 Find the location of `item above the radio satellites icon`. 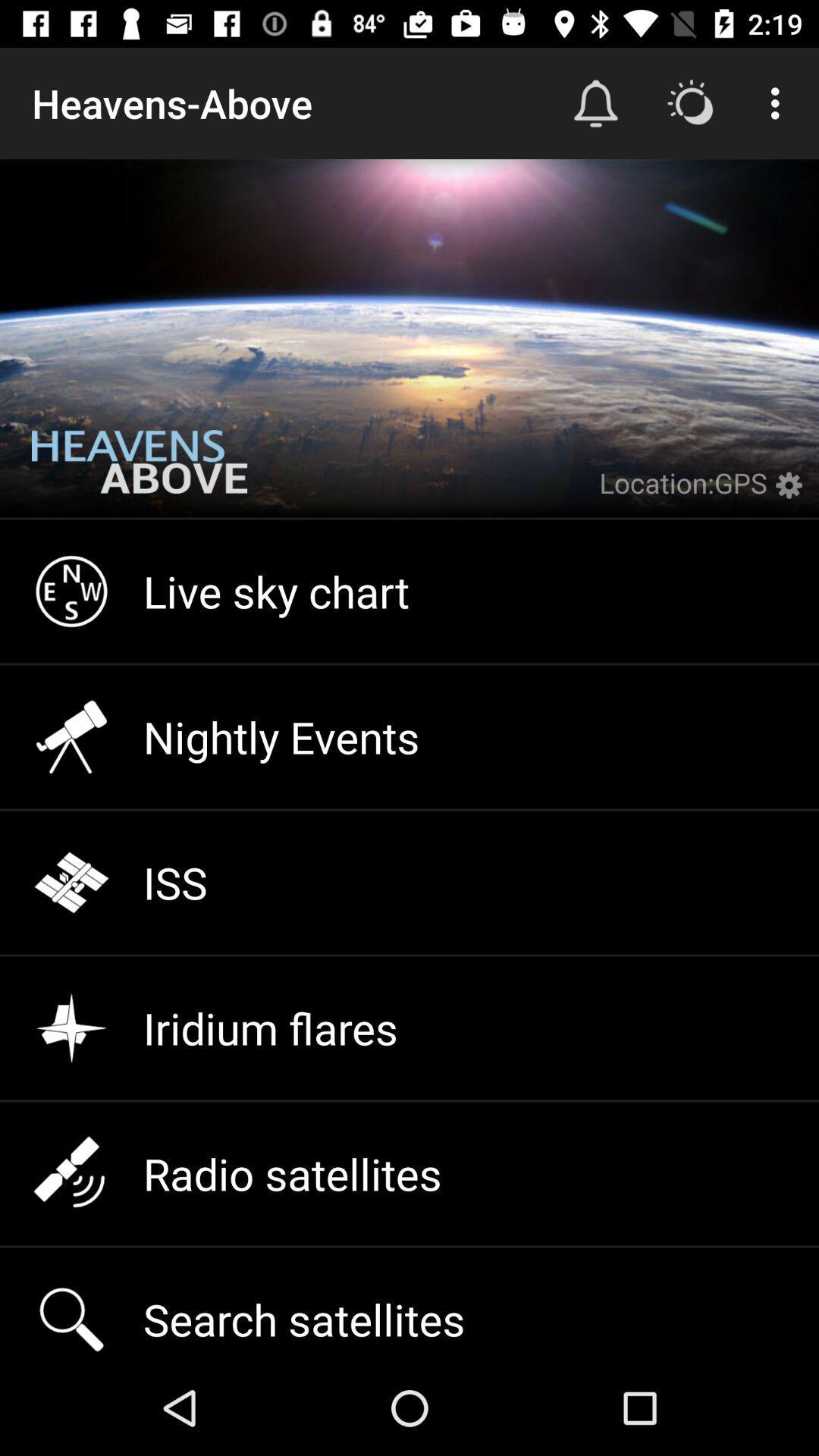

item above the radio satellites icon is located at coordinates (409, 1028).